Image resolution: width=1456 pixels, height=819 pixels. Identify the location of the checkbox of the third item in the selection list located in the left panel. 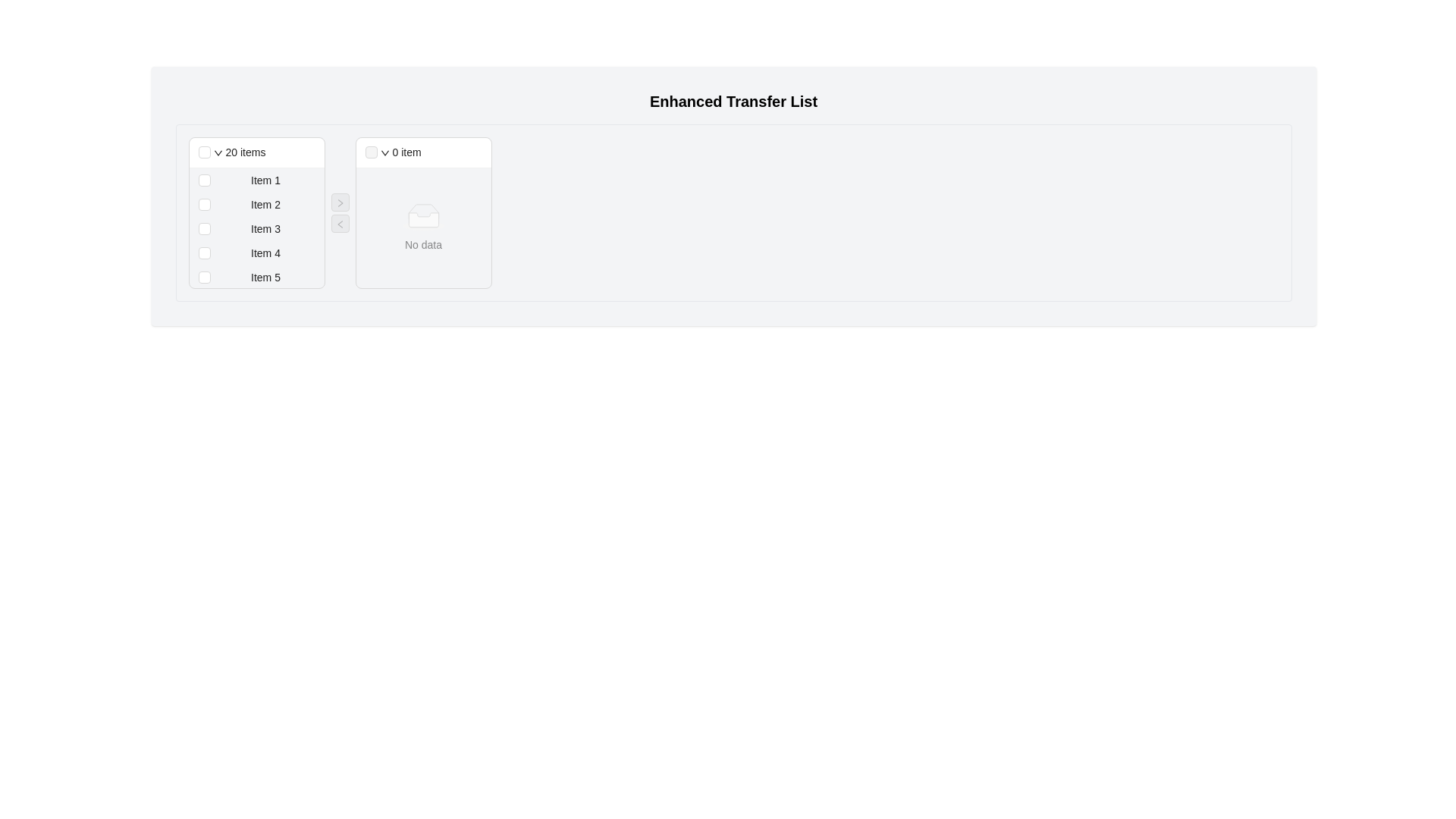
(256, 228).